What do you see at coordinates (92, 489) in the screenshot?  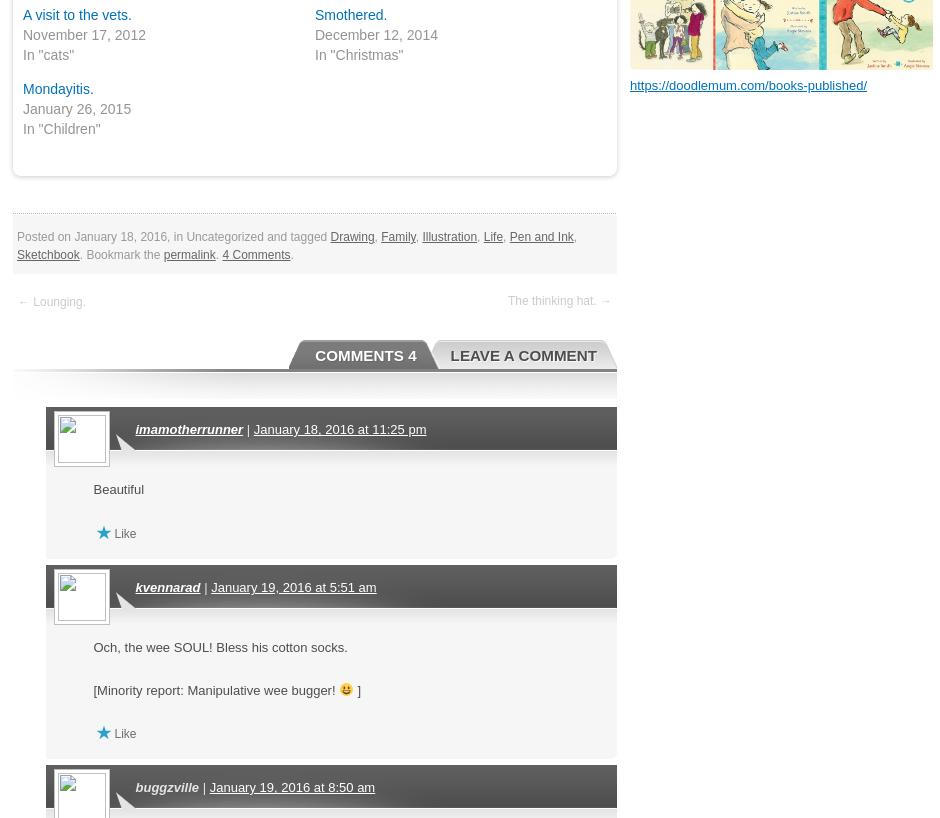 I see `'Beautiful'` at bounding box center [92, 489].